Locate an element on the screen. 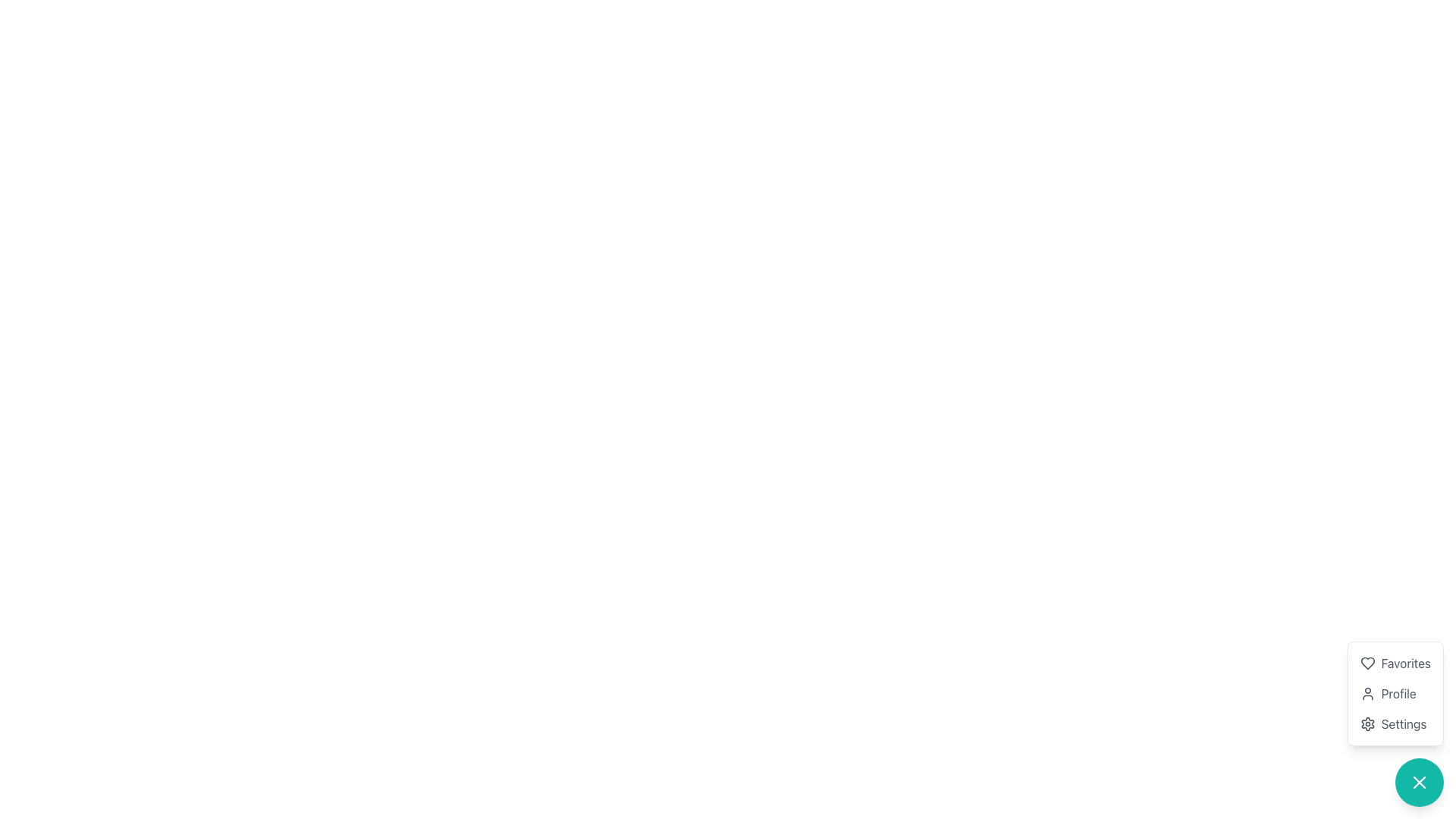 This screenshot has width=1456, height=819. the heart-shaped icon, which is styled in line art and is located to the left of the 'Favorites' text in the bottom-right corner of the interface is located at coordinates (1367, 663).